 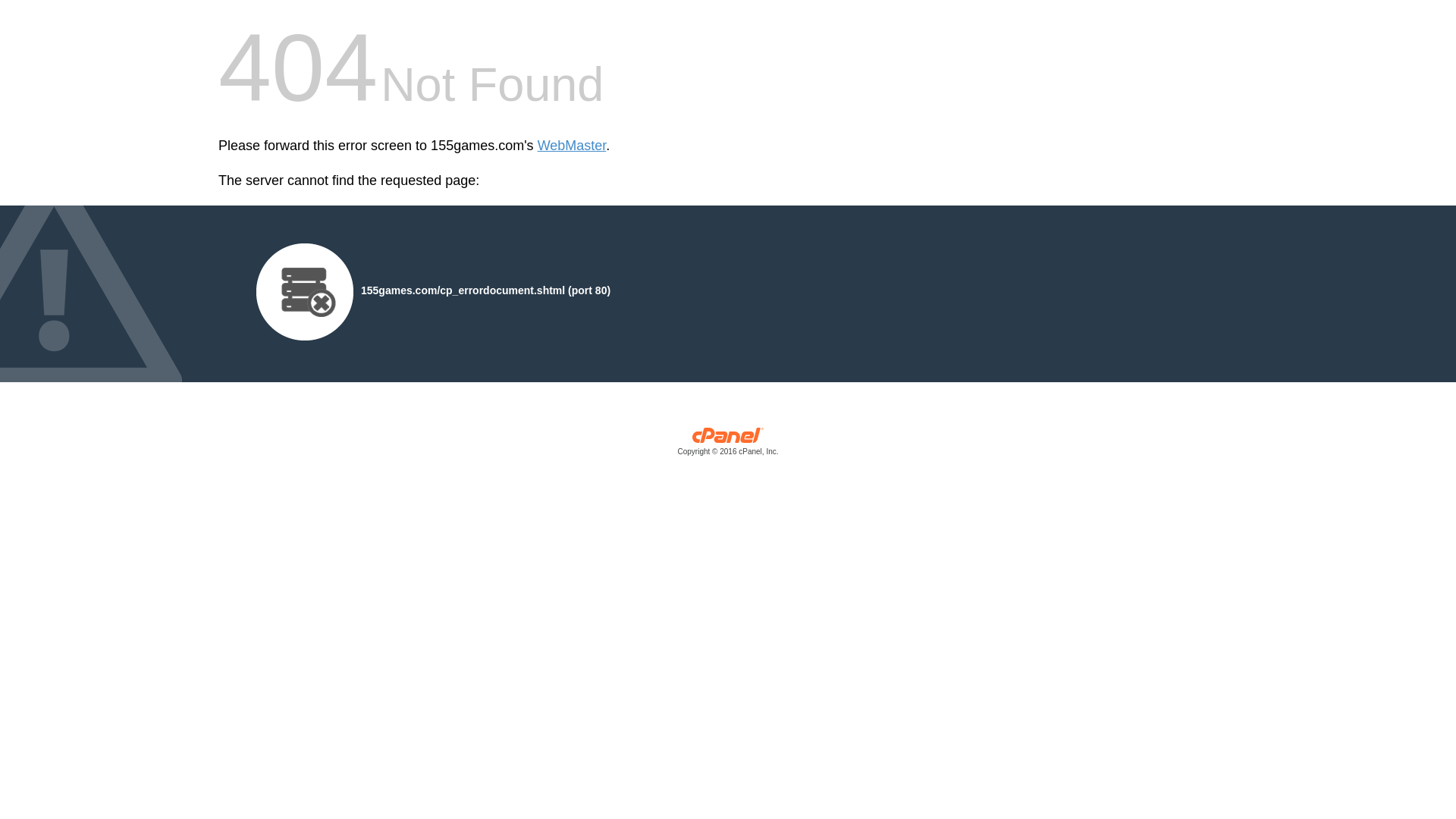 What do you see at coordinates (538, 146) in the screenshot?
I see `'WebMaster'` at bounding box center [538, 146].